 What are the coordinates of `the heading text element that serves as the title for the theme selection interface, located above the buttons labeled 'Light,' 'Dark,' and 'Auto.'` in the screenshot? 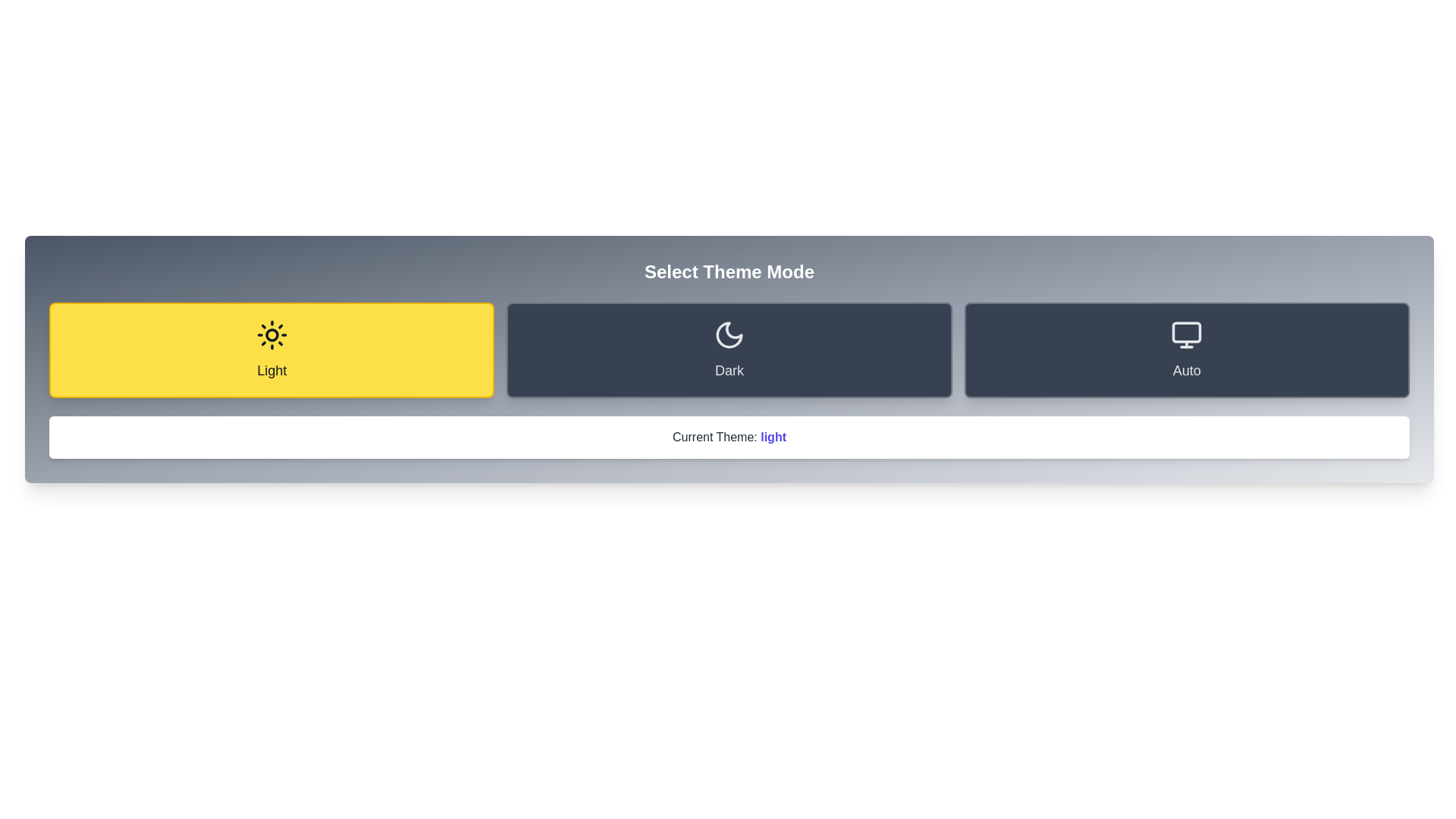 It's located at (729, 271).